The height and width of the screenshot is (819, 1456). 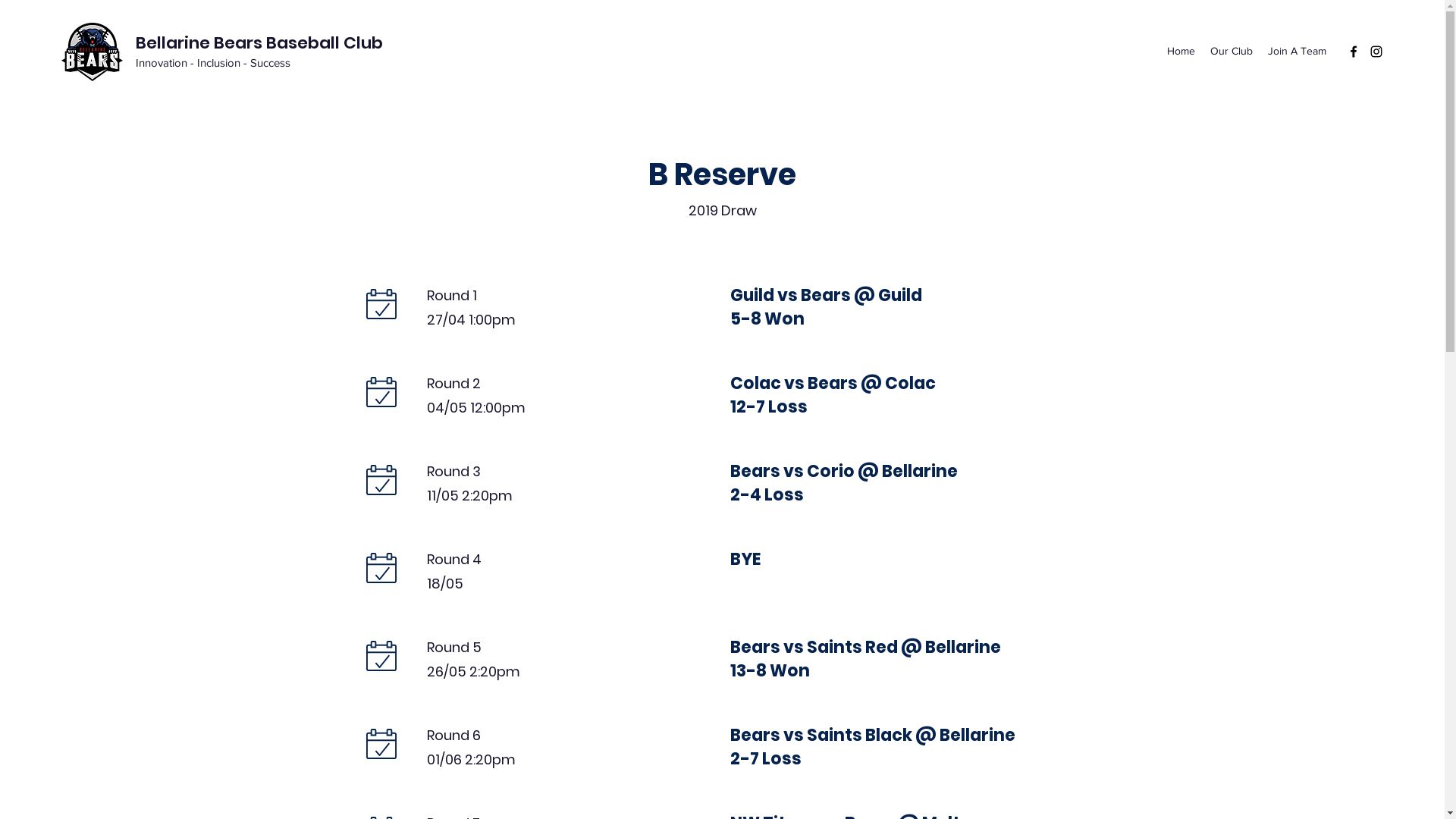 What do you see at coordinates (1159, 50) in the screenshot?
I see `'Home'` at bounding box center [1159, 50].